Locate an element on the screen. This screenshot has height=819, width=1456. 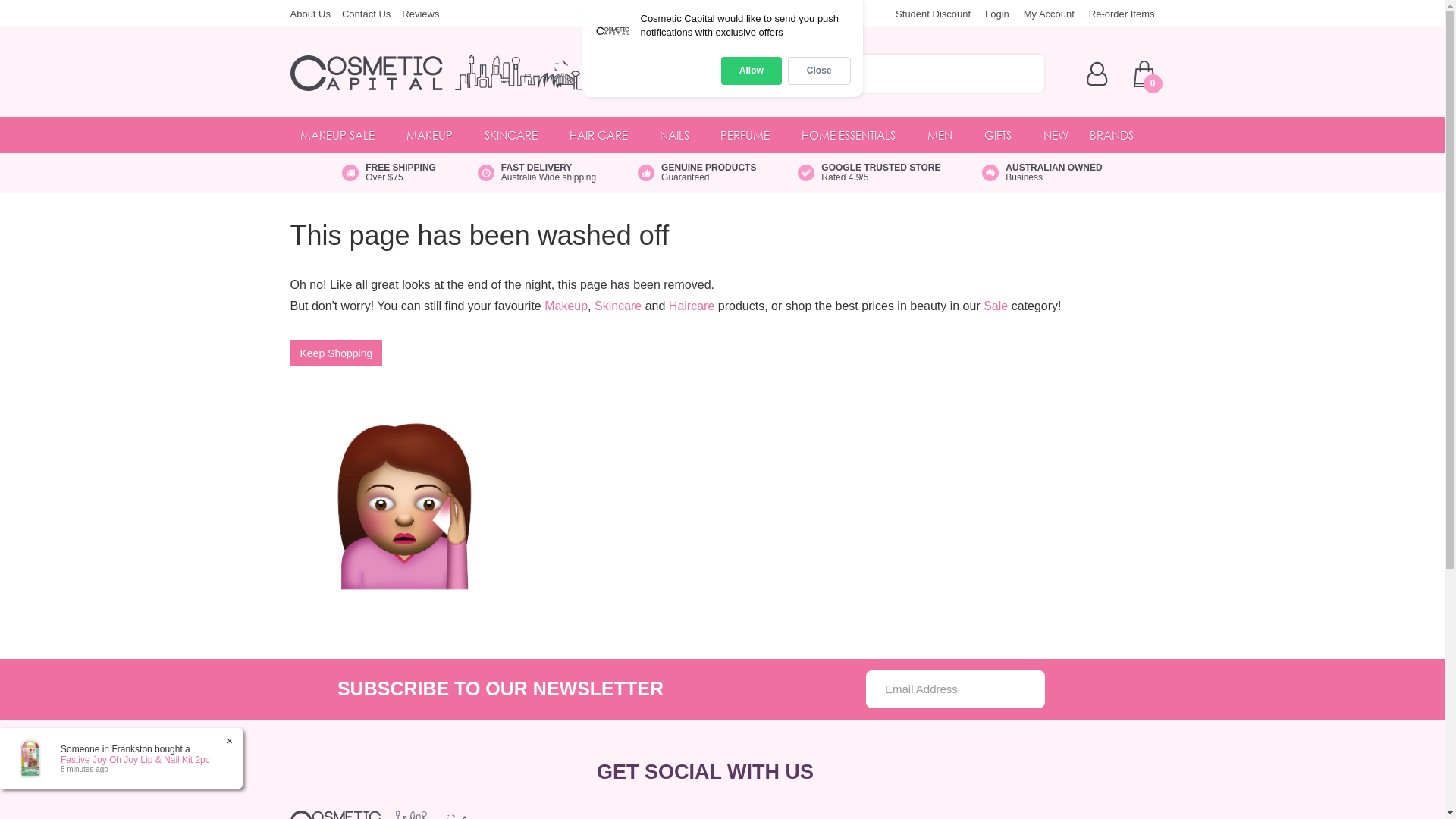
'Sale' is located at coordinates (996, 306).